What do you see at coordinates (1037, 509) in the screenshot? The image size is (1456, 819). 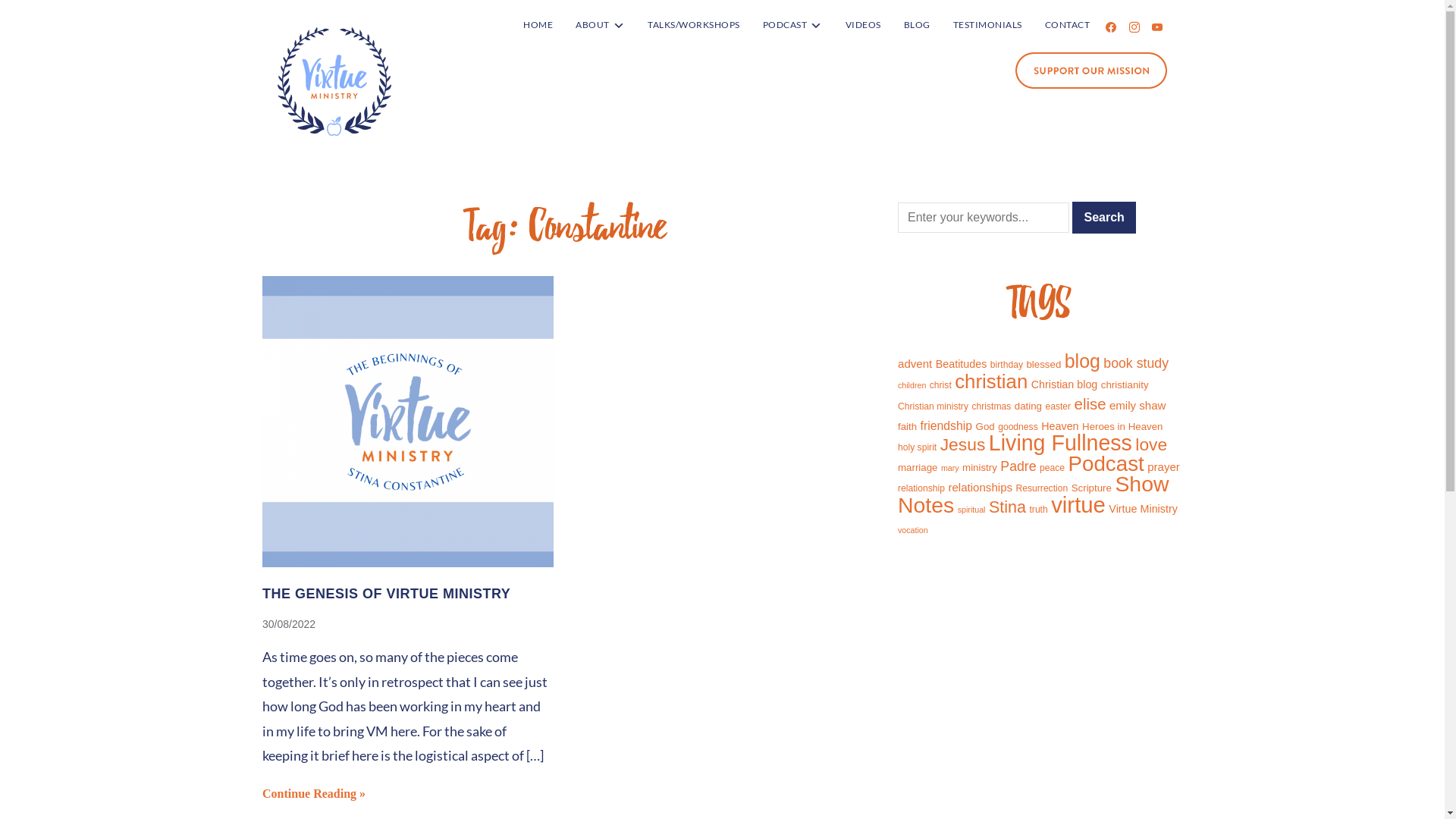 I see `'truth'` at bounding box center [1037, 509].